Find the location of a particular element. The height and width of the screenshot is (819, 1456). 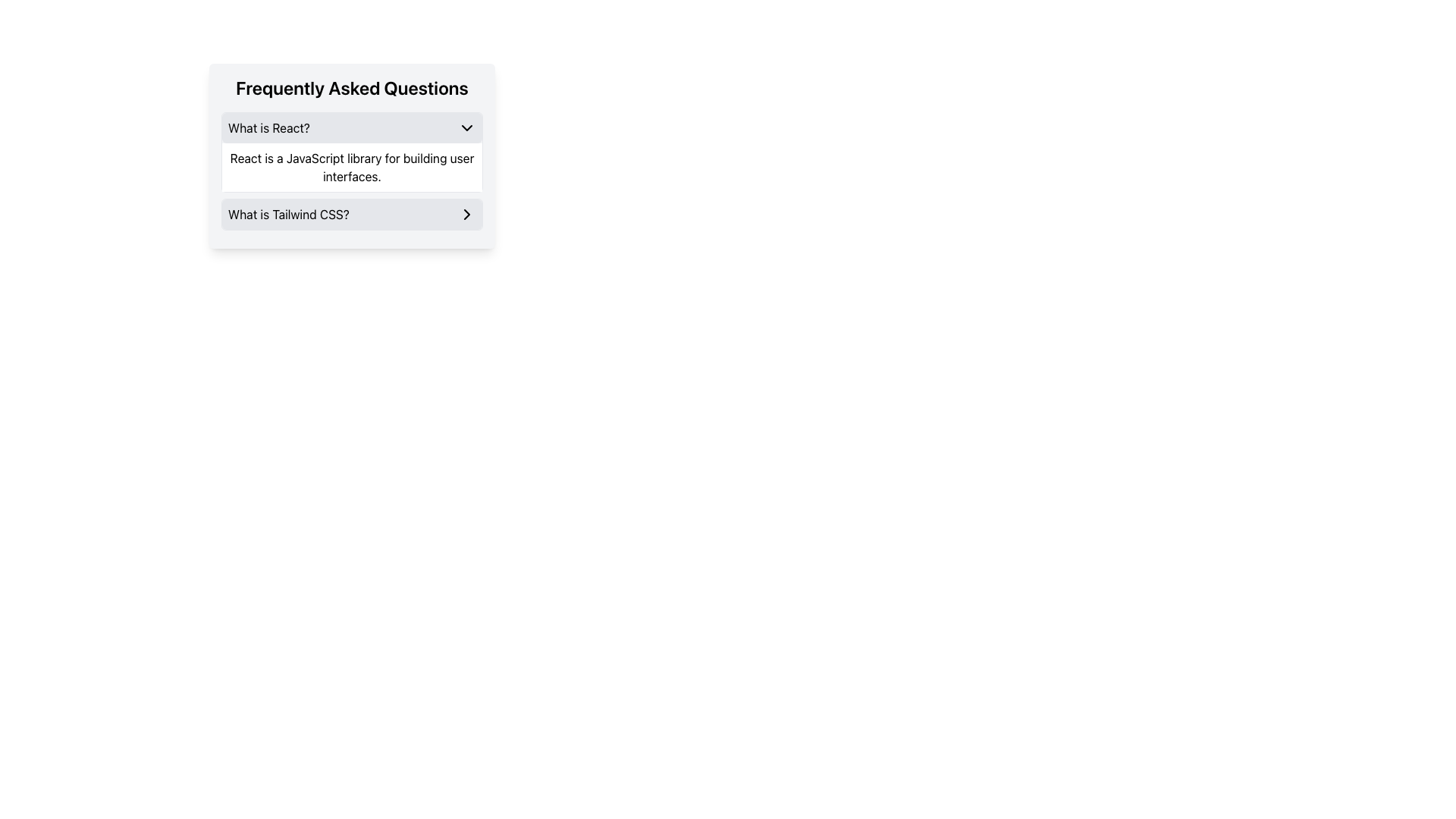

the chevron-shaped arrow icon indicating navigation or expansion, located within the dropdown labeled 'What is Tailwind CSS?' is located at coordinates (466, 214).